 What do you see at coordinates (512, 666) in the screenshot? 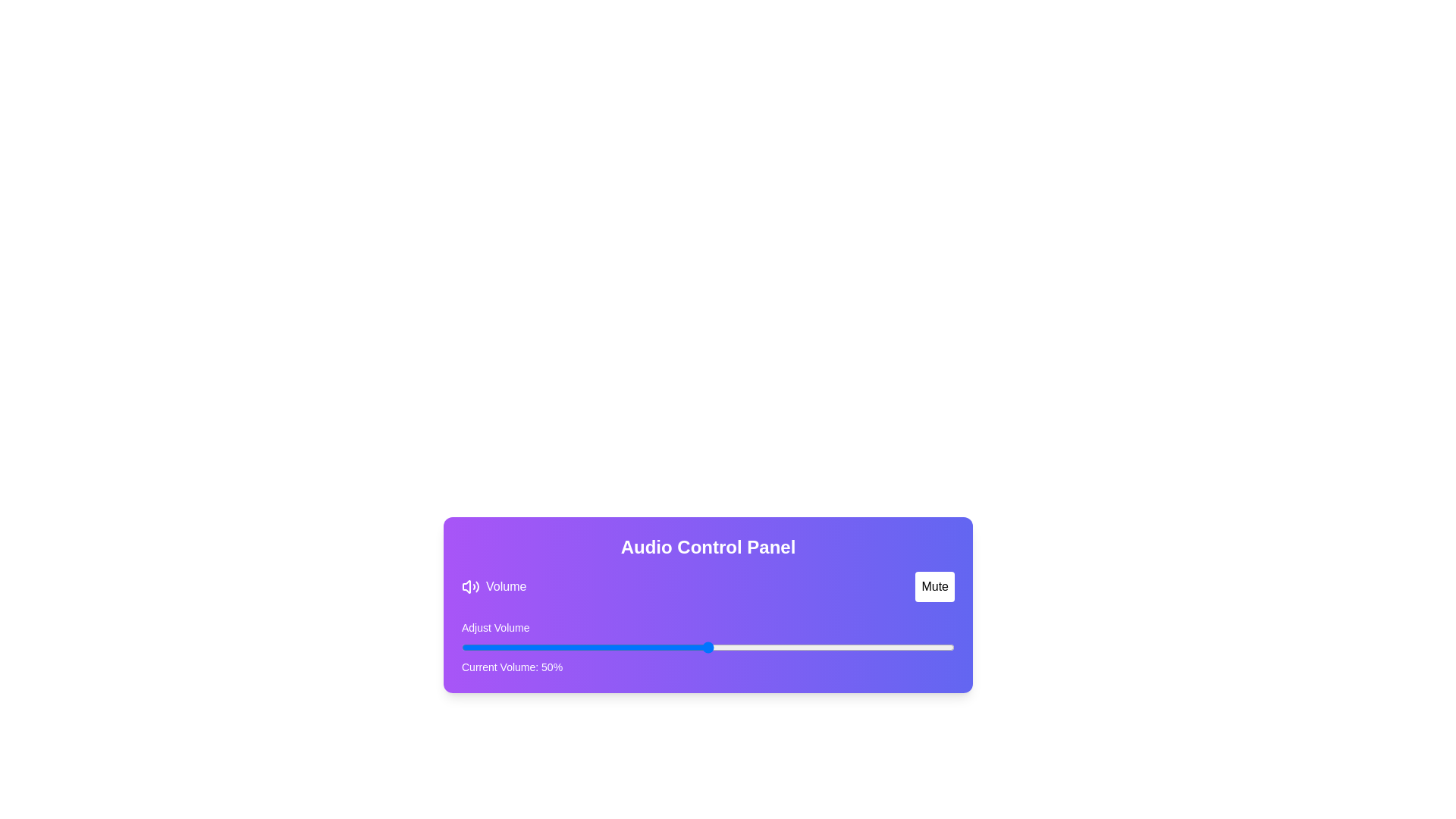
I see `the static informational Text Label displaying the current volume percentage (50%) located towards the bottom-left of the audio control section` at bounding box center [512, 666].